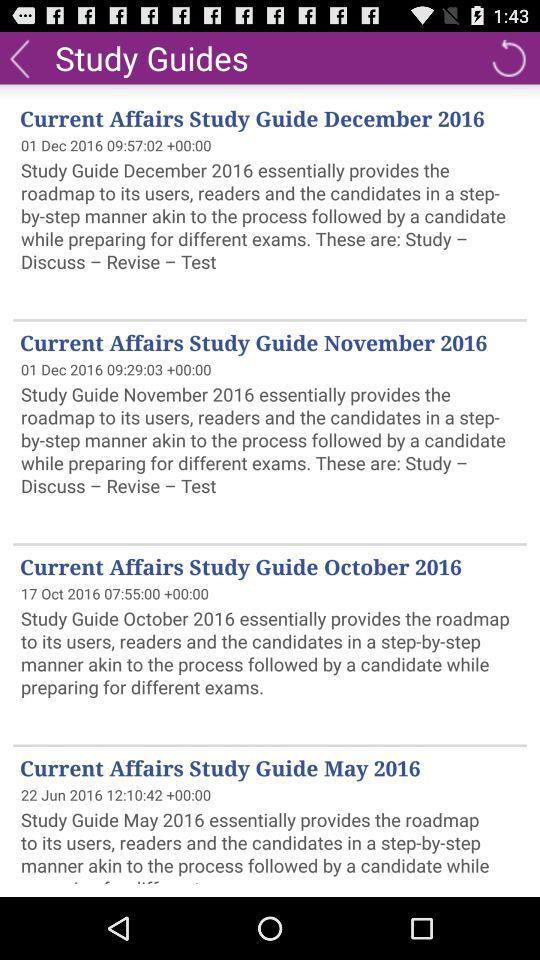 The height and width of the screenshot is (960, 540). Describe the element at coordinates (18, 56) in the screenshot. I see `go back` at that location.